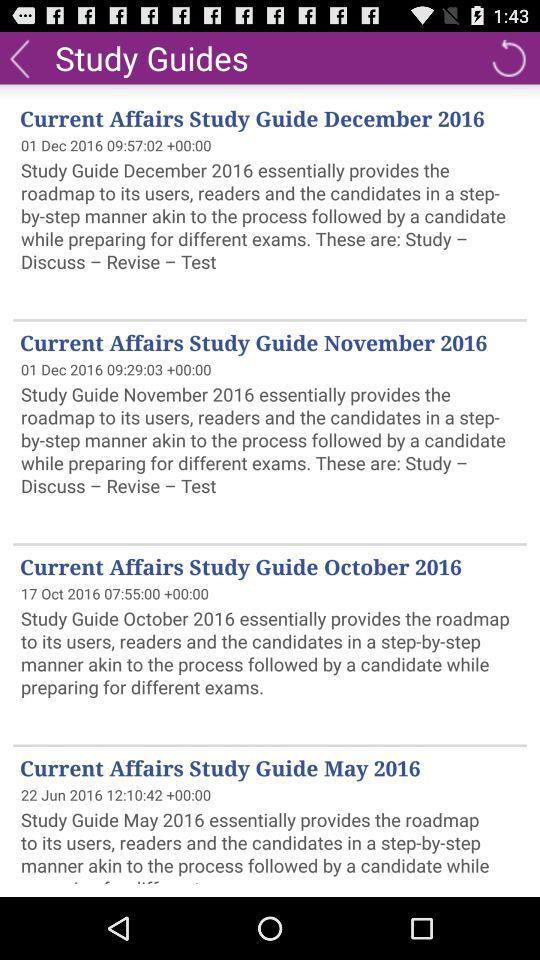 The height and width of the screenshot is (960, 540). Describe the element at coordinates (18, 56) in the screenshot. I see `go back` at that location.